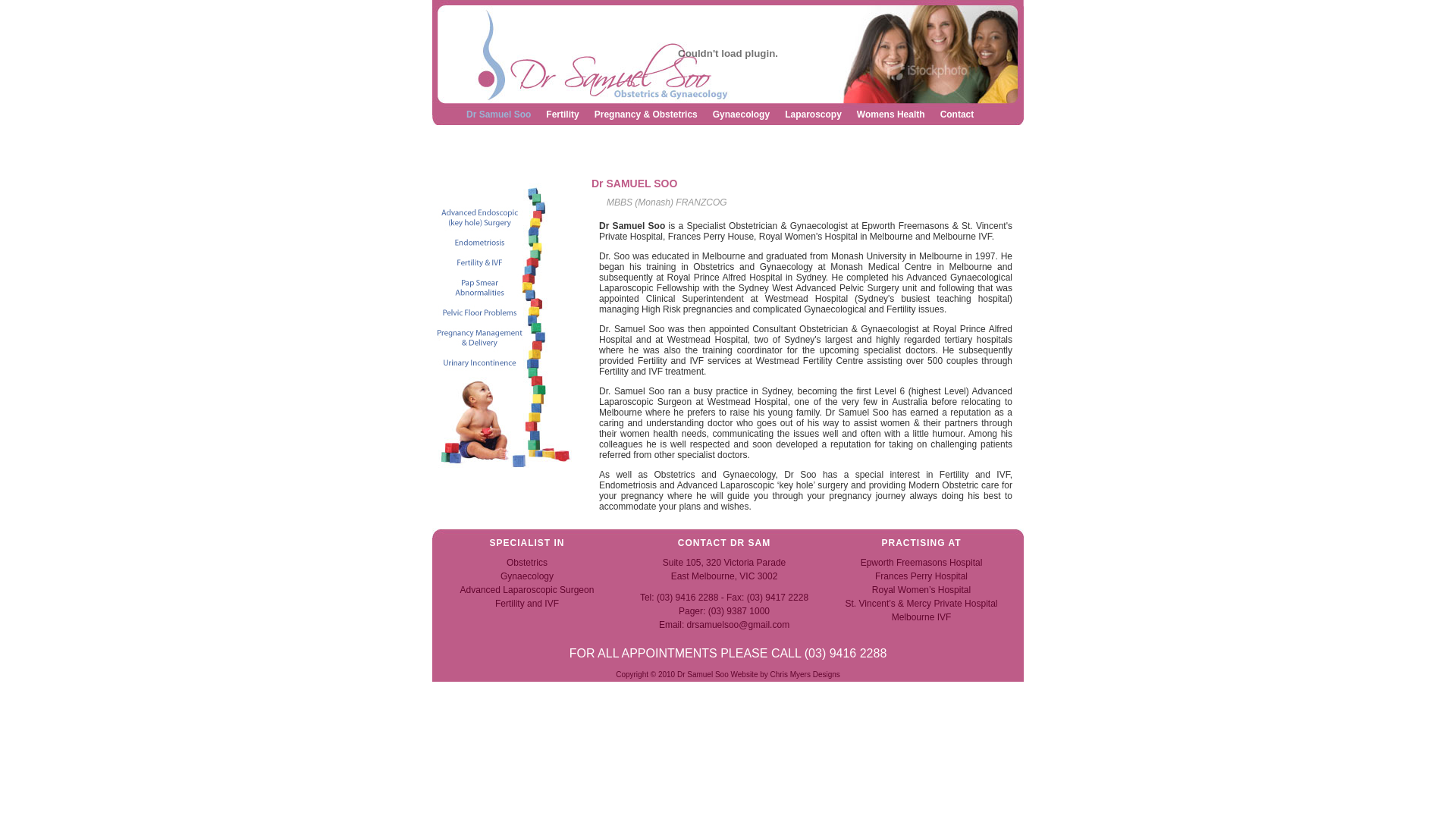 The width and height of the screenshot is (1456, 819). I want to click on 'Pregnancy & Obstetrics', so click(645, 113).